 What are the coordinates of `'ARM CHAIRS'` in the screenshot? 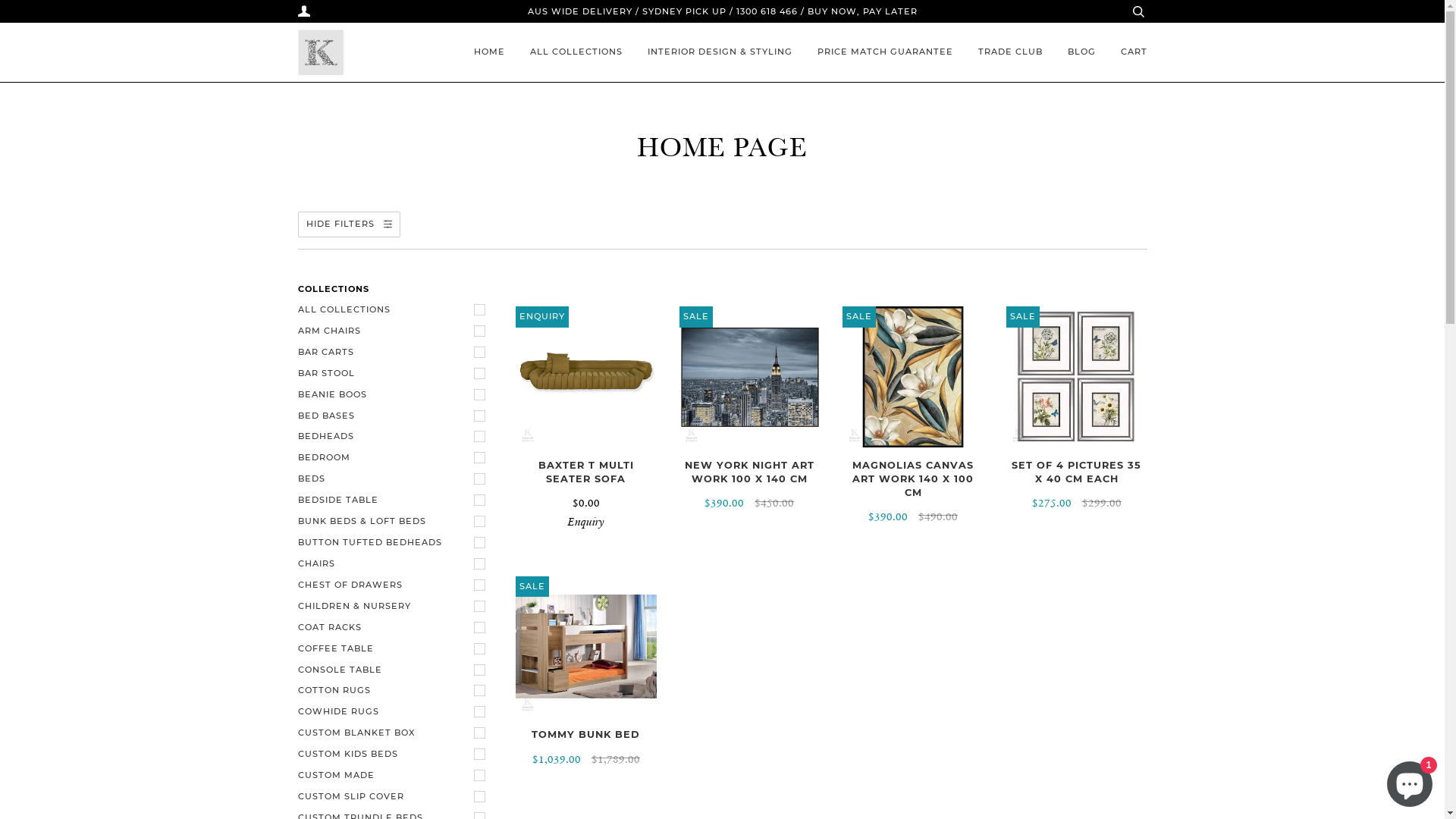 It's located at (395, 330).